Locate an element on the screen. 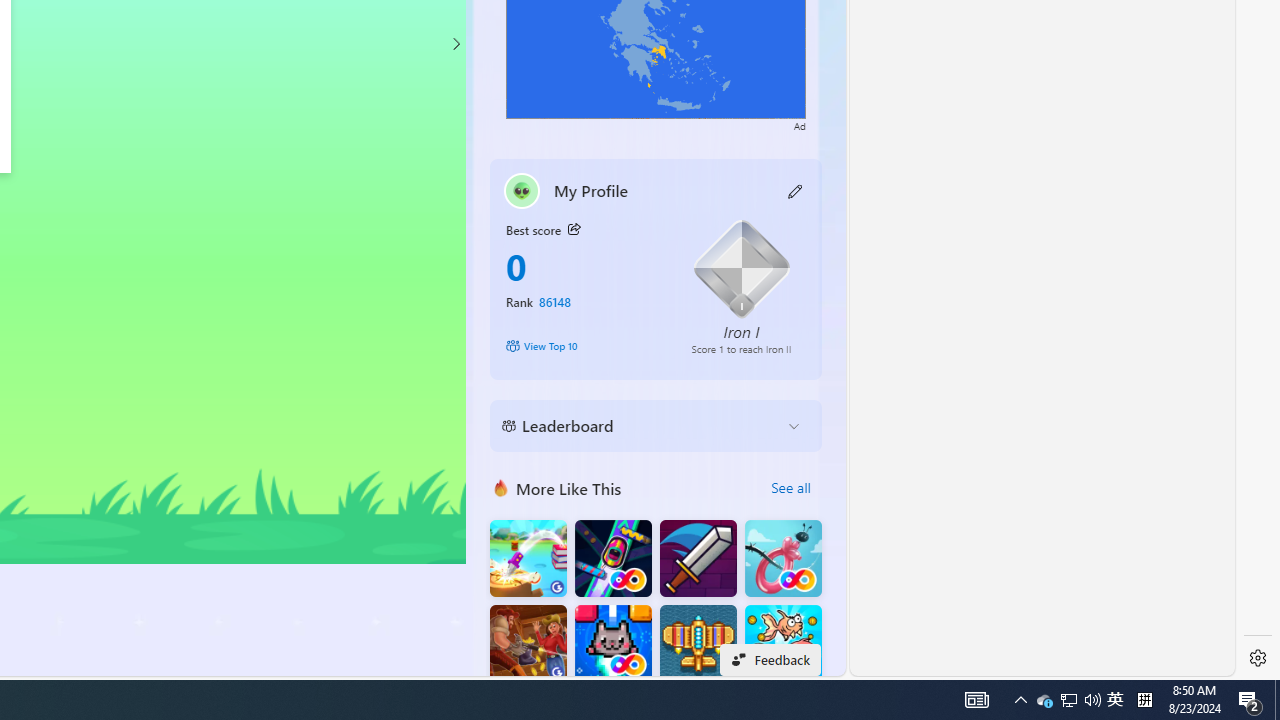  'See all' is located at coordinates (790, 488).